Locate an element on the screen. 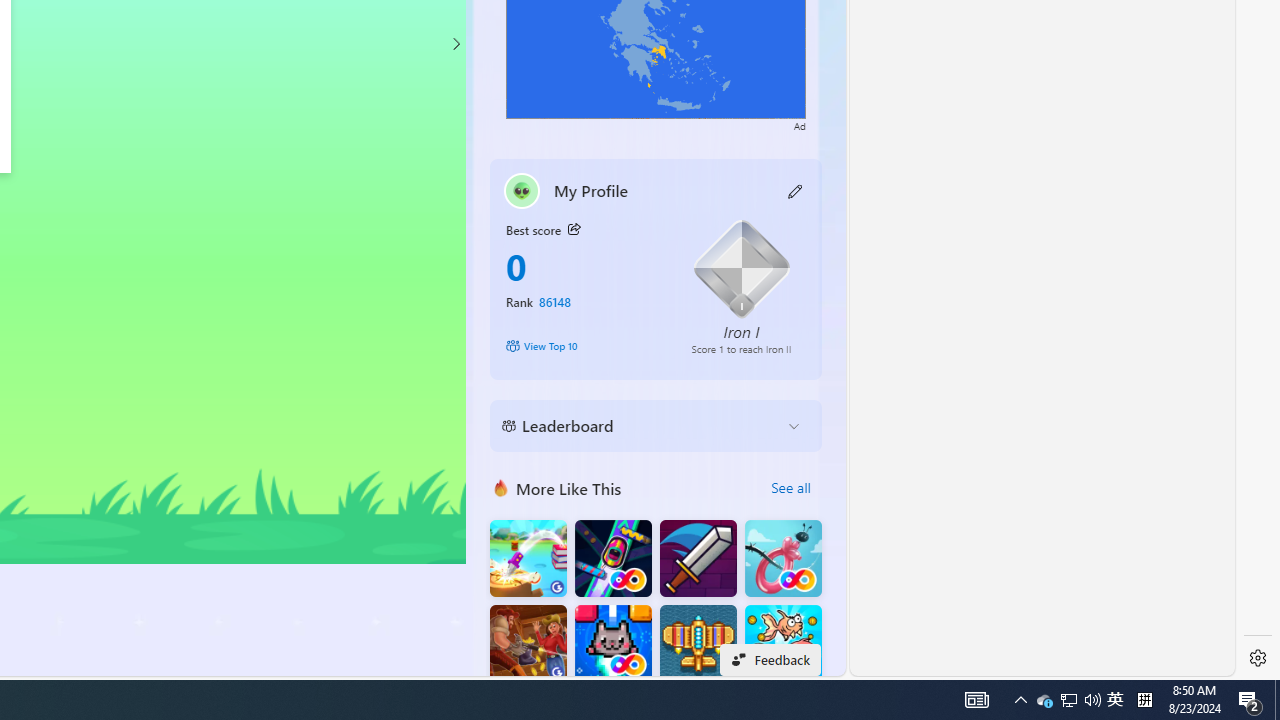  'See all' is located at coordinates (790, 488).